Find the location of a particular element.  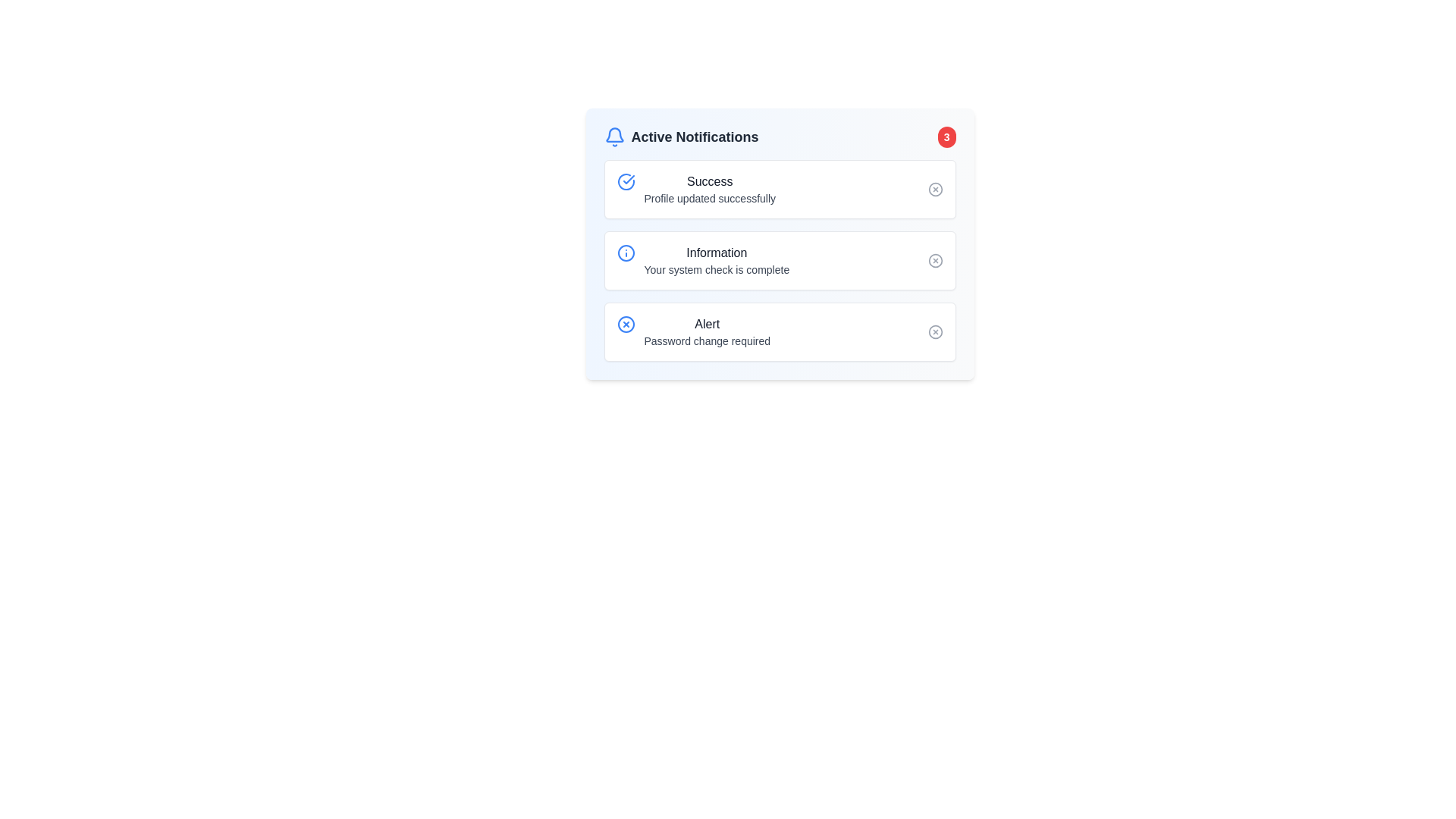

the Circular SVG Shape representing informational notices, which is part of the icon with a blue border and white background located in the second notification area labeled 'Information' is located at coordinates (626, 253).